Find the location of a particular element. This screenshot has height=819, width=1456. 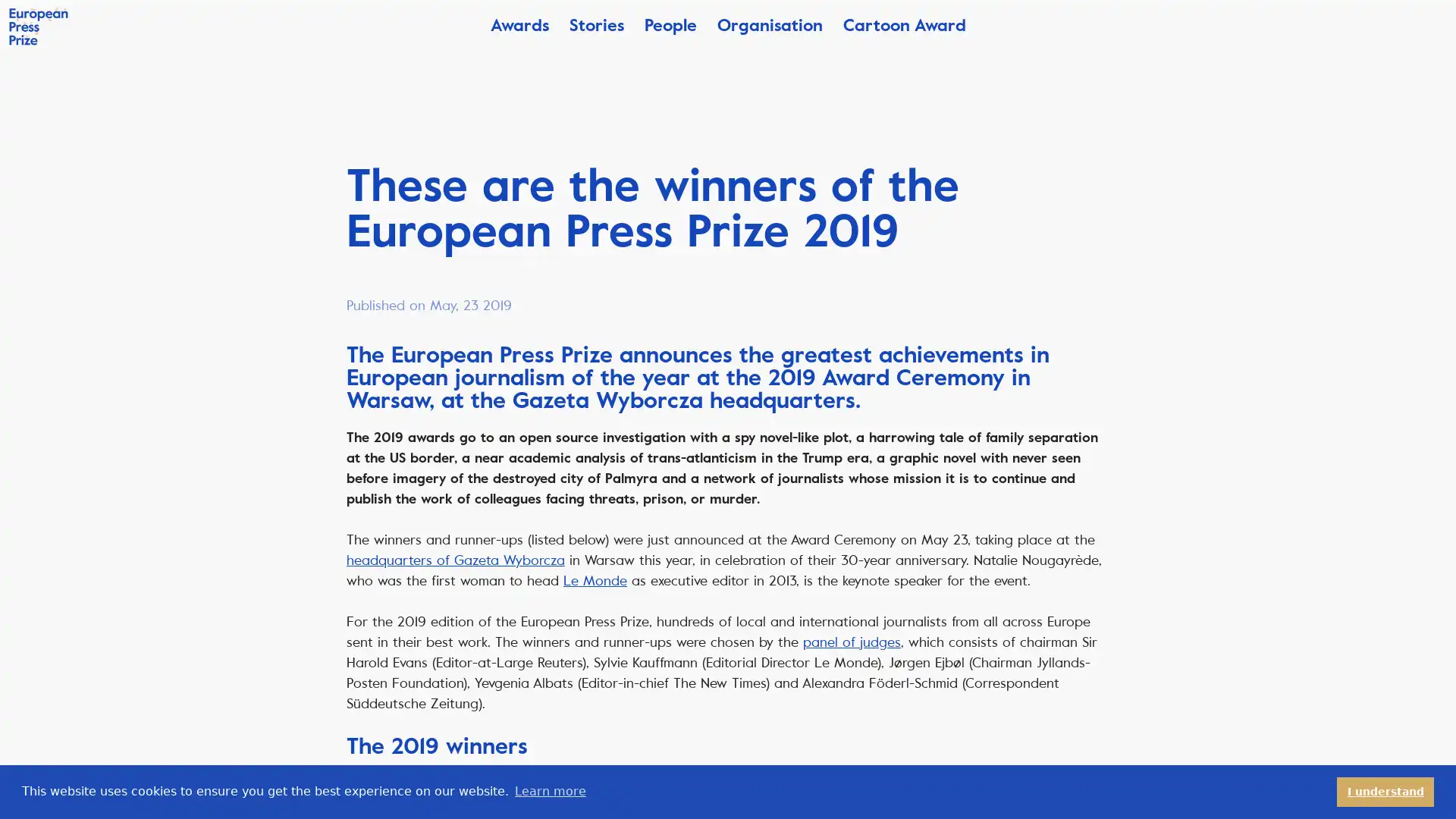

learn more about cookies is located at coordinates (549, 791).